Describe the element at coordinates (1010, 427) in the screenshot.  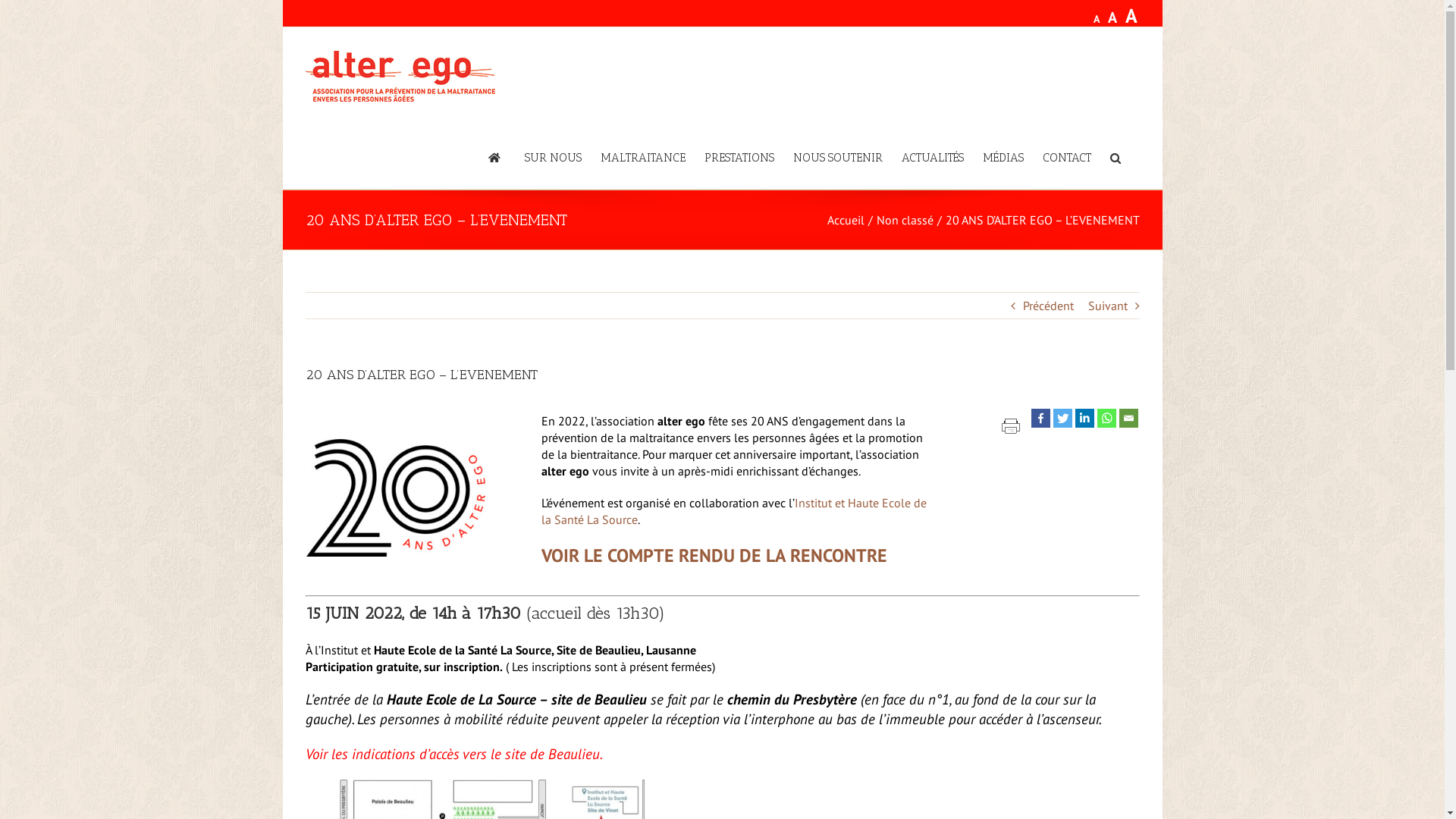
I see `'Printer Friendly, PDF & Email'` at that location.